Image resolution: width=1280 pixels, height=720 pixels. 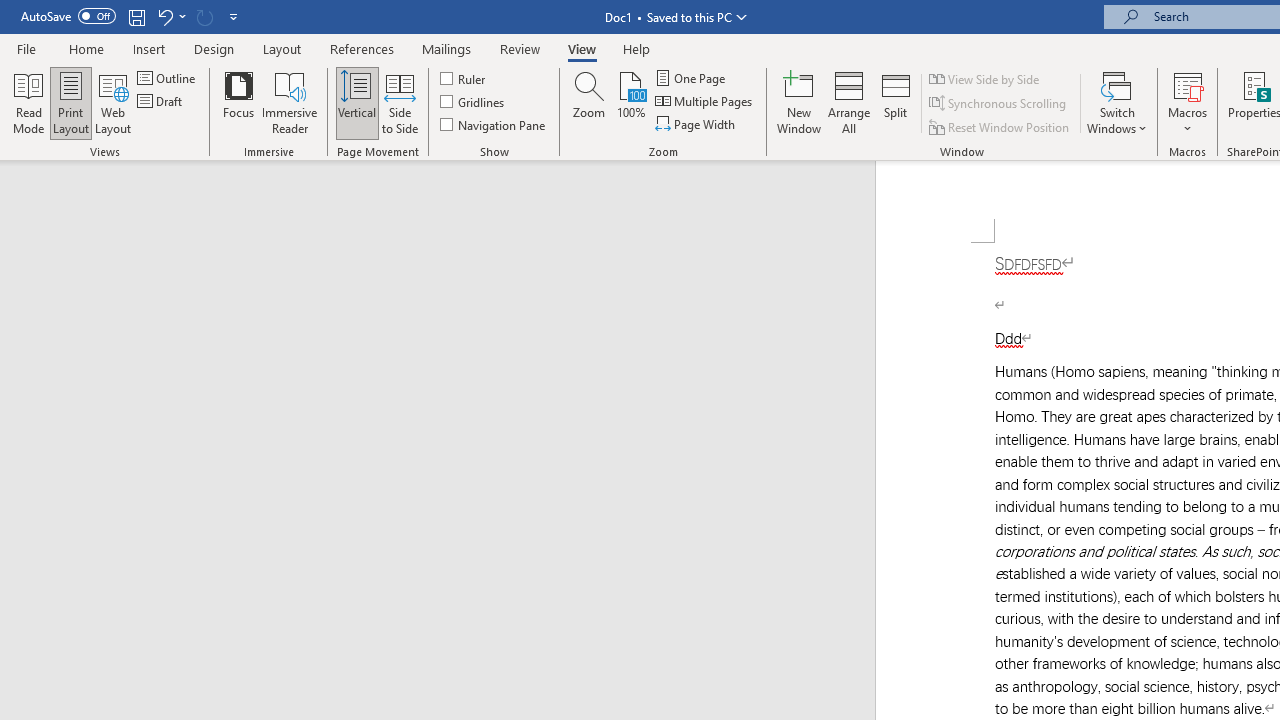 I want to click on 'Navigation Pane', so click(x=494, y=124).